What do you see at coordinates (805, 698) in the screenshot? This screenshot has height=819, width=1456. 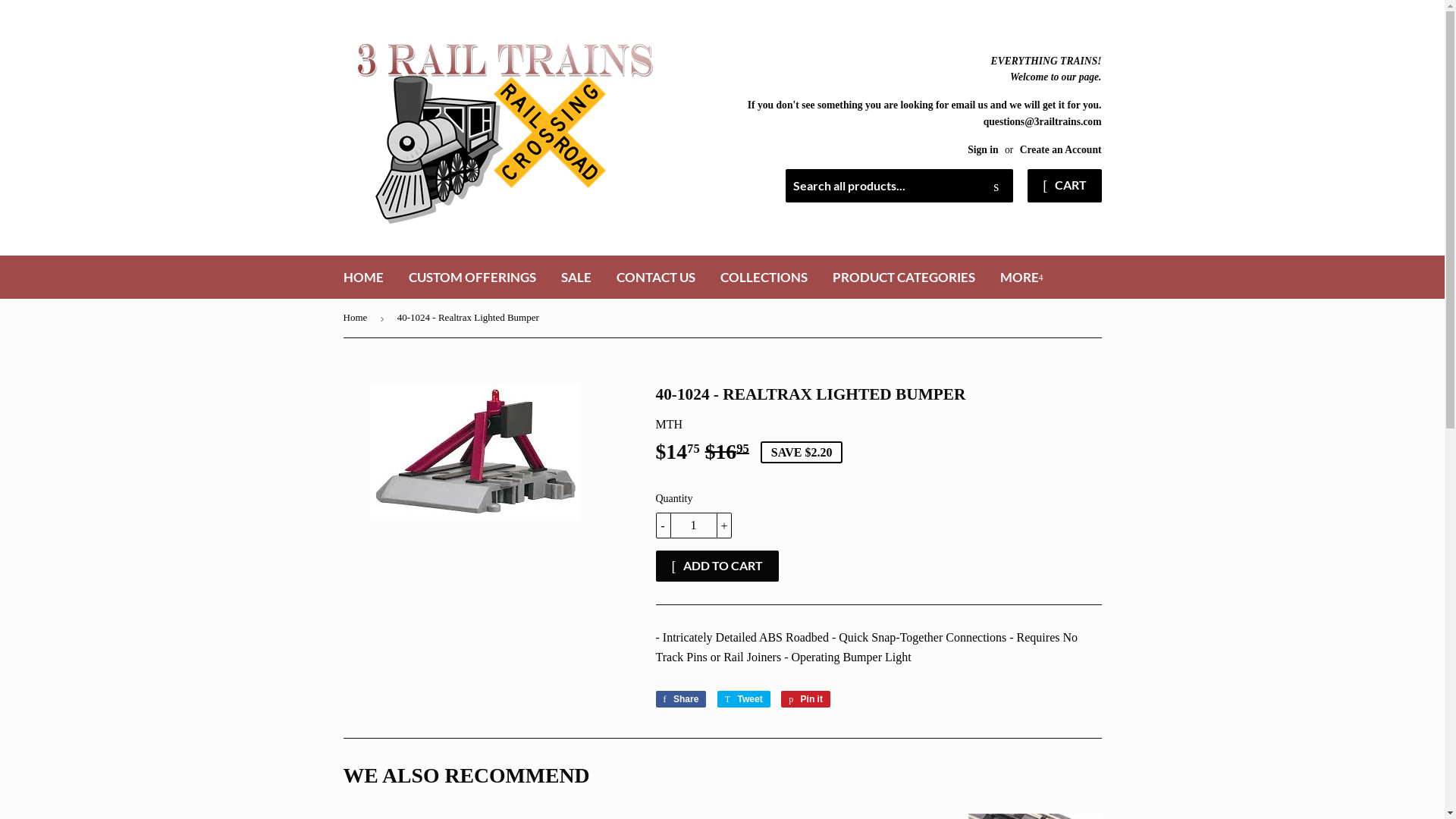 I see `'Pin it` at bounding box center [805, 698].